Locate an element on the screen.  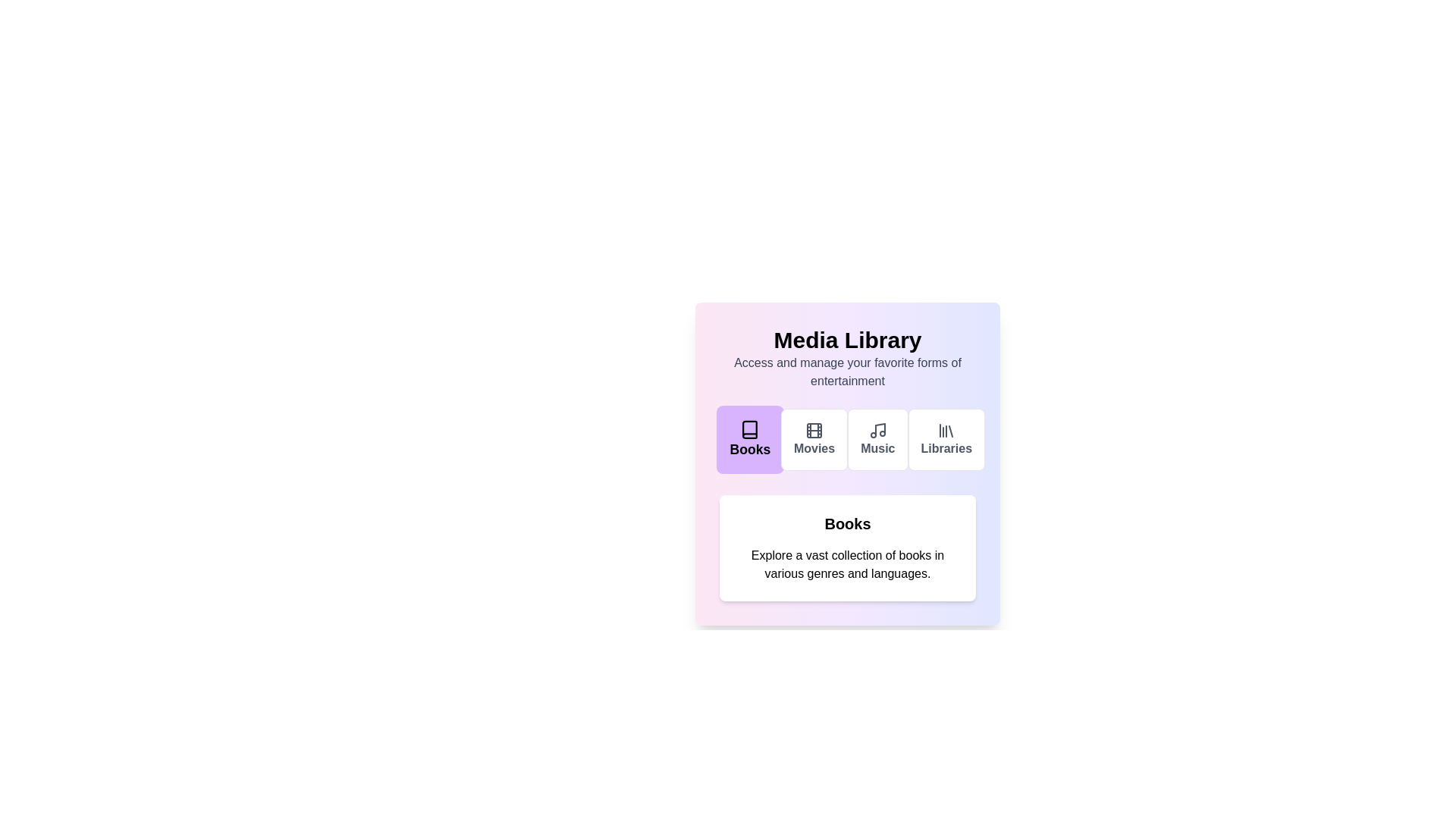
the Libraries tab by clicking on its button is located at coordinates (946, 439).